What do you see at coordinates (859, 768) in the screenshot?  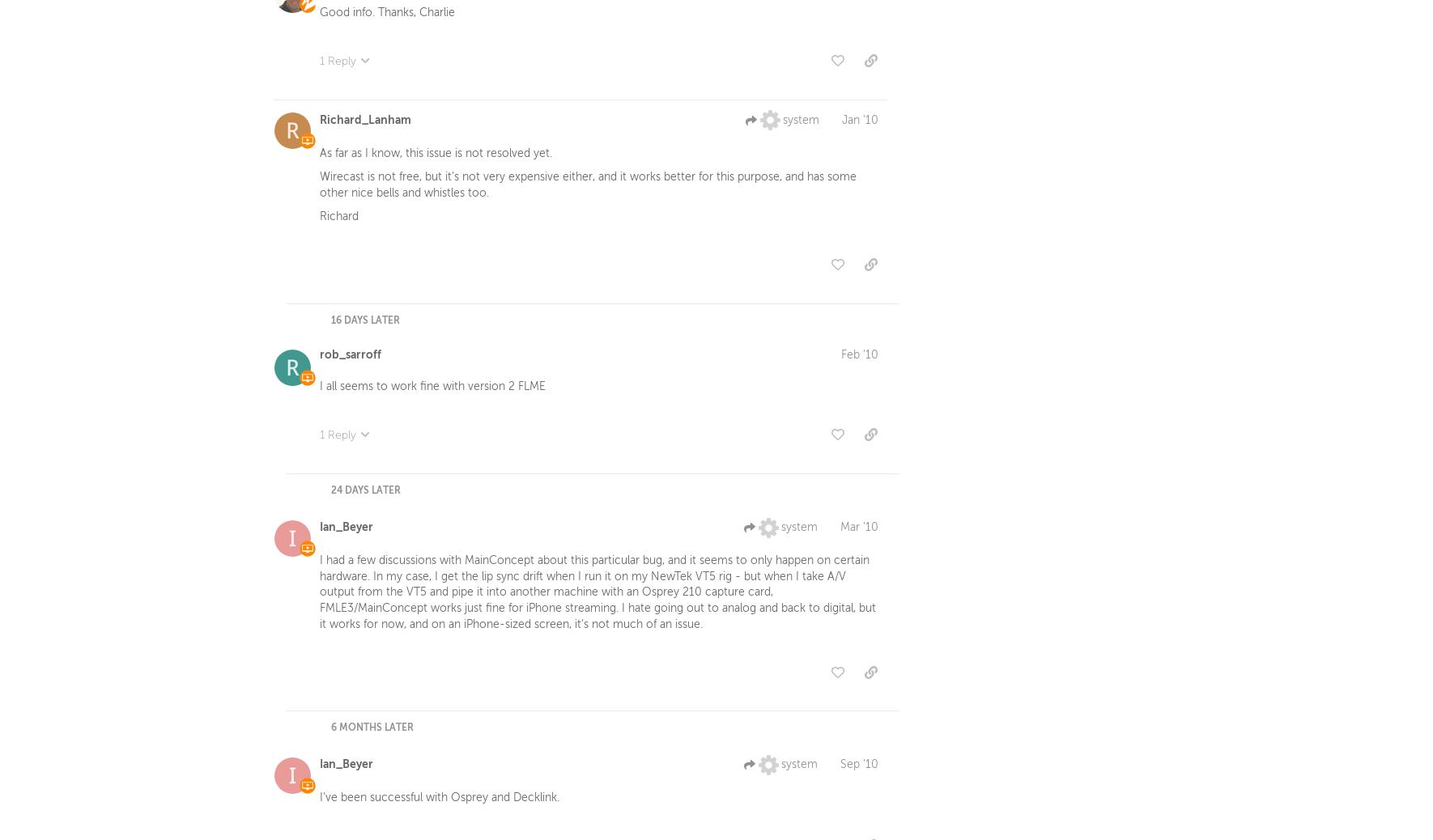 I see `'Sep '10'` at bounding box center [859, 768].